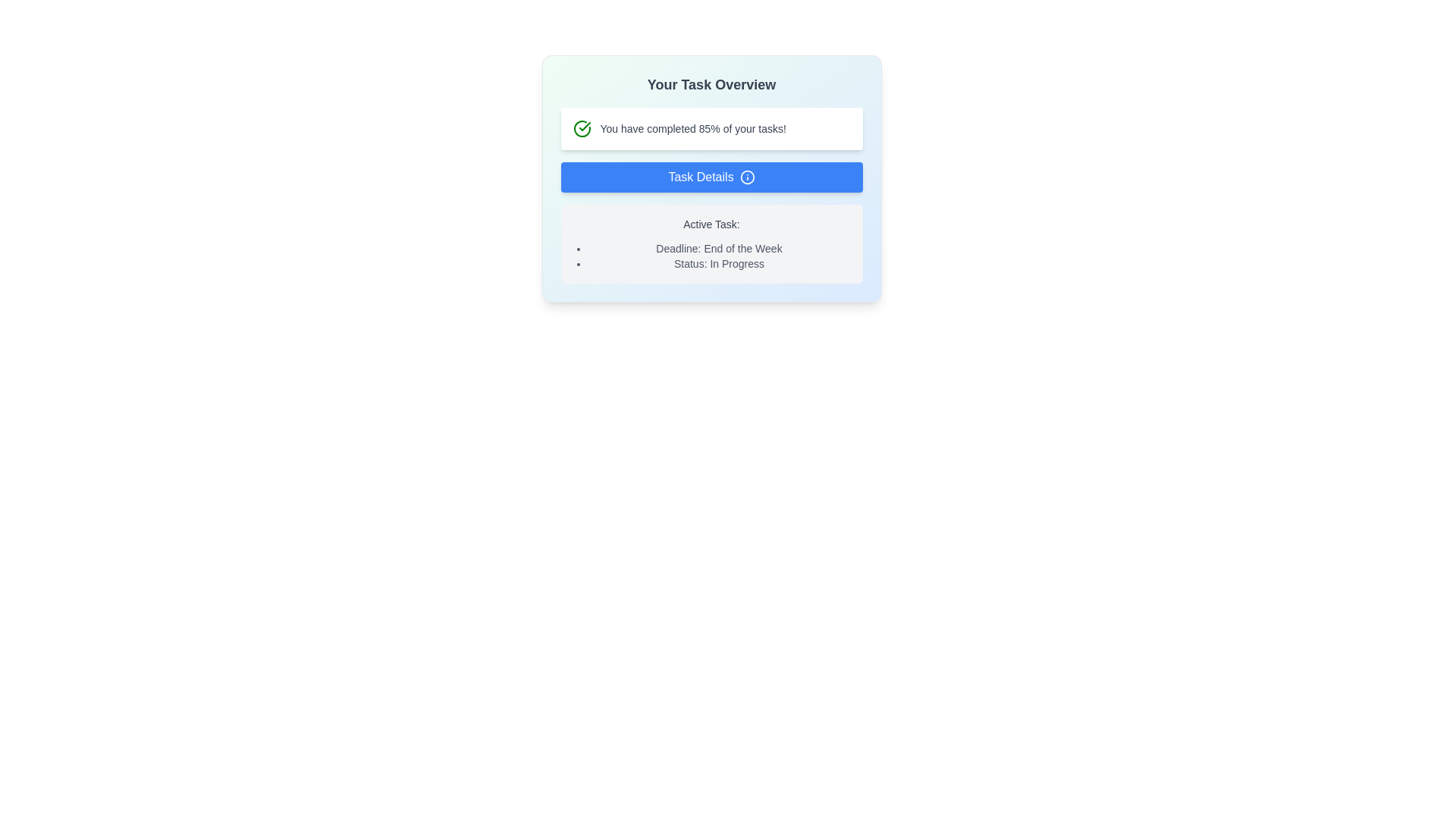 The height and width of the screenshot is (819, 1456). I want to click on task status and deadline information from the Information Overview Panel, which features a gradient background, the heading 'Your Task Overview', and a card with task details at the bottom, so click(711, 177).